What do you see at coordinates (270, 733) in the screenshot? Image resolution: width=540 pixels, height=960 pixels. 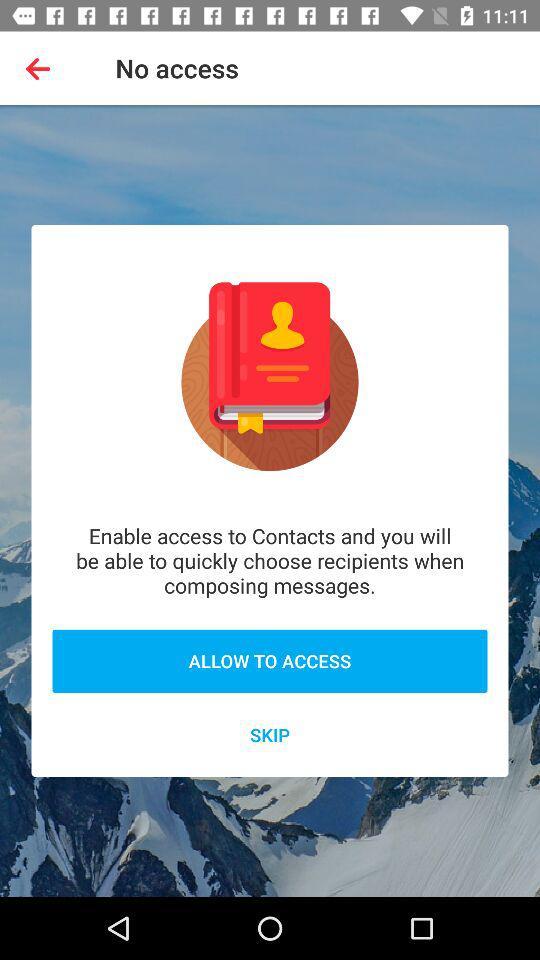 I see `the skip icon` at bounding box center [270, 733].